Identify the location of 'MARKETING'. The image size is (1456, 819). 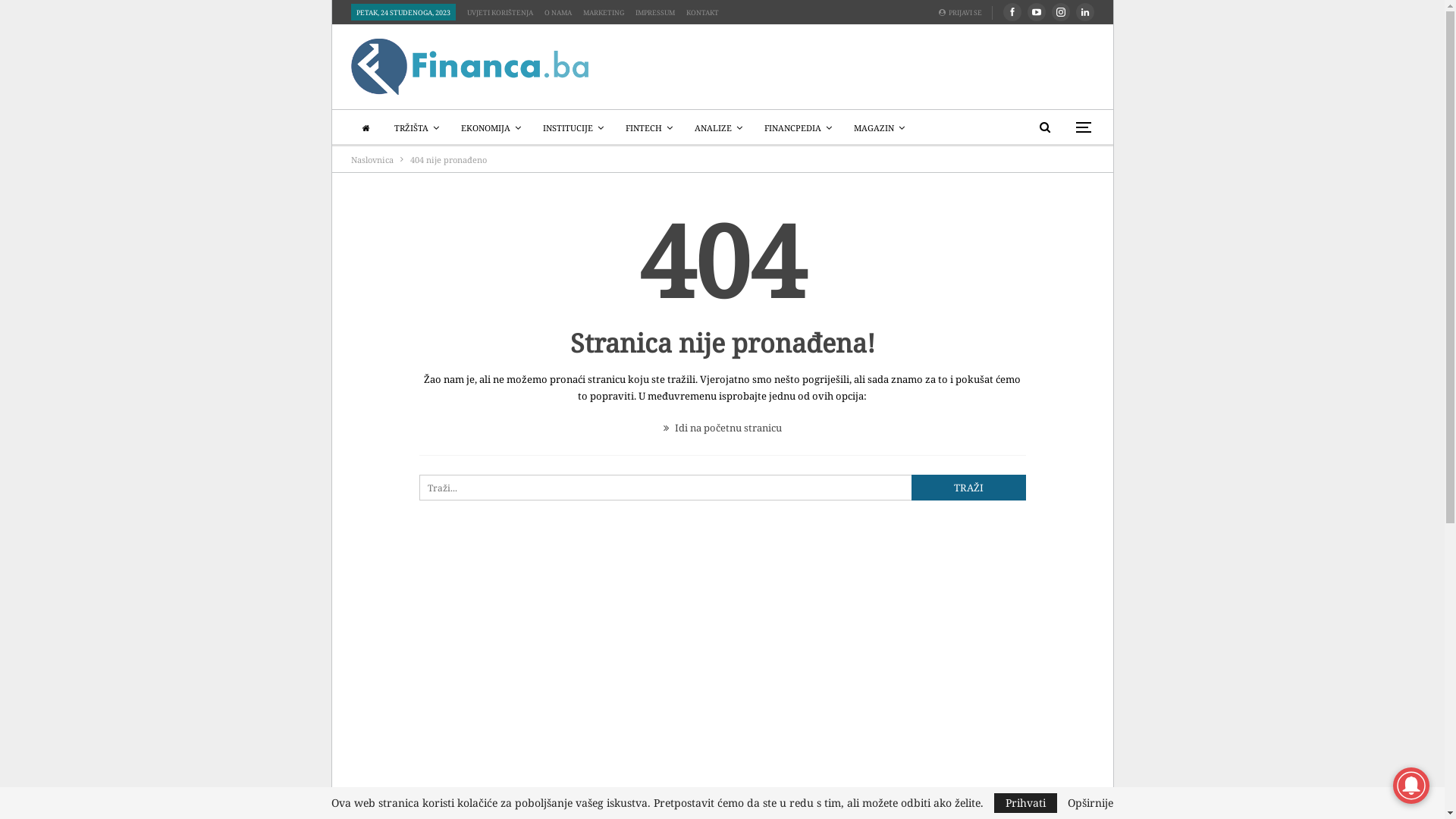
(582, 12).